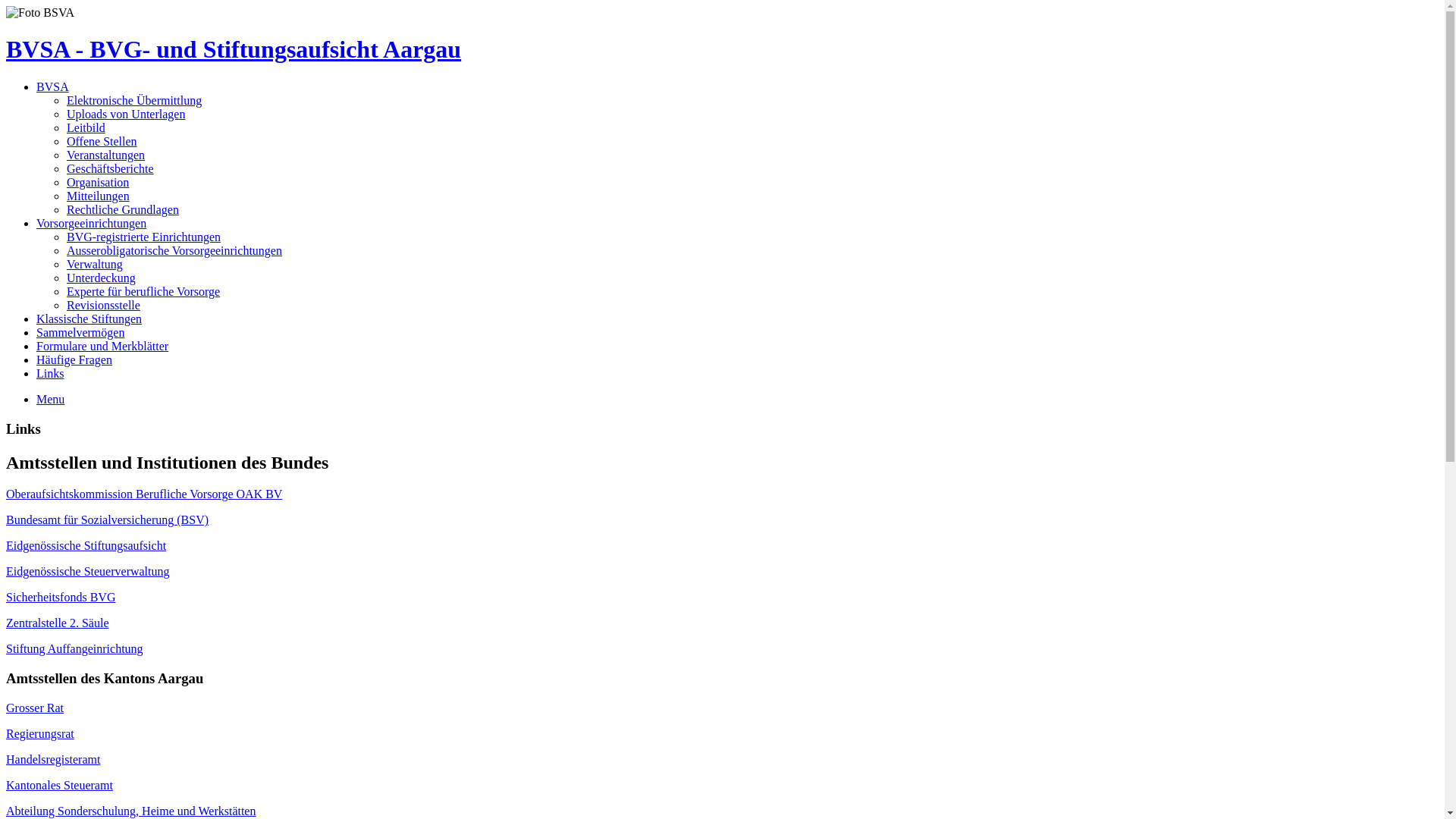 The image size is (1456, 819). I want to click on 'BVSA', so click(52, 86).